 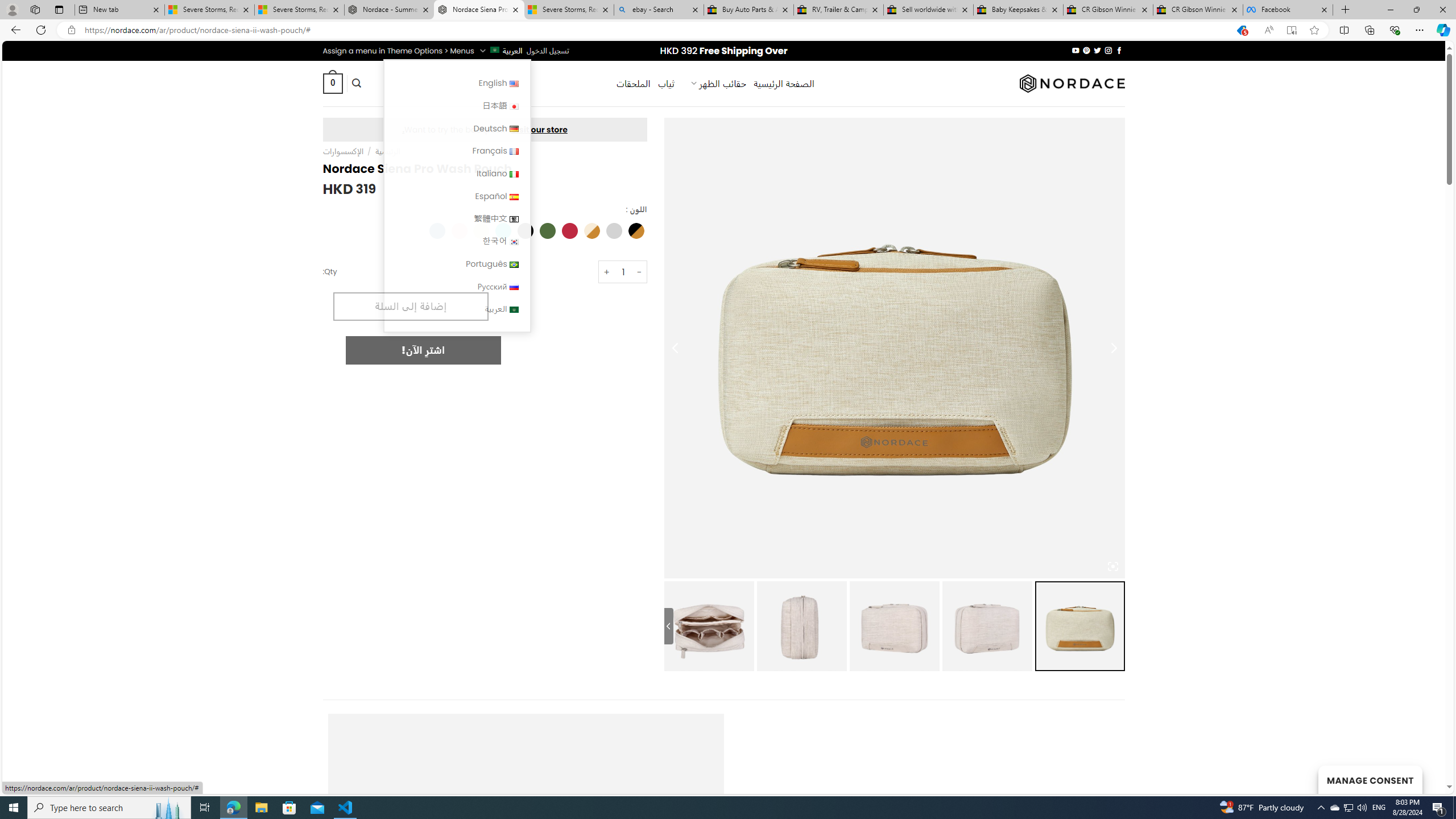 I want to click on 'Nordace', so click(x=1072, y=82).